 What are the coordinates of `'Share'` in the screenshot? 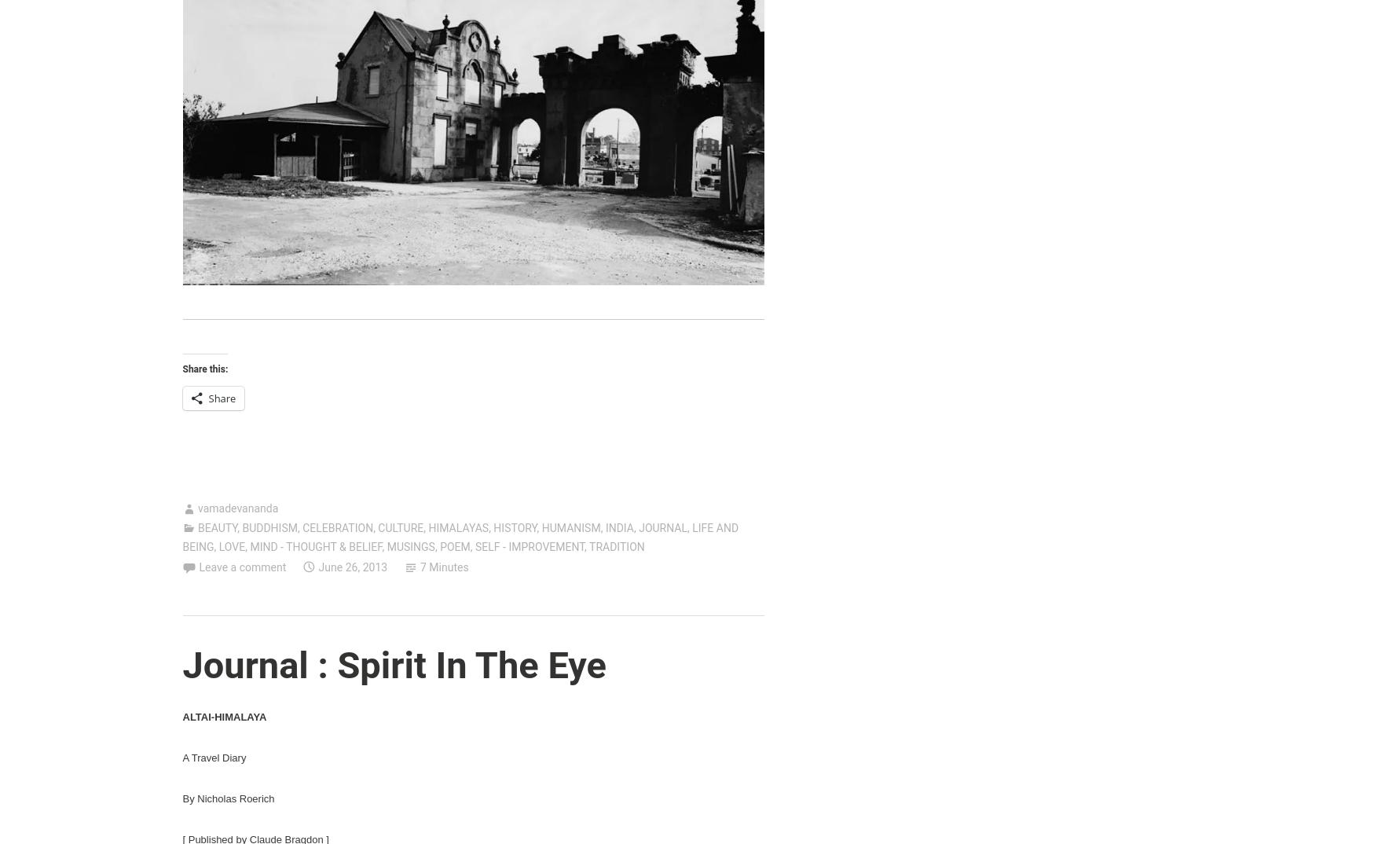 It's located at (221, 398).